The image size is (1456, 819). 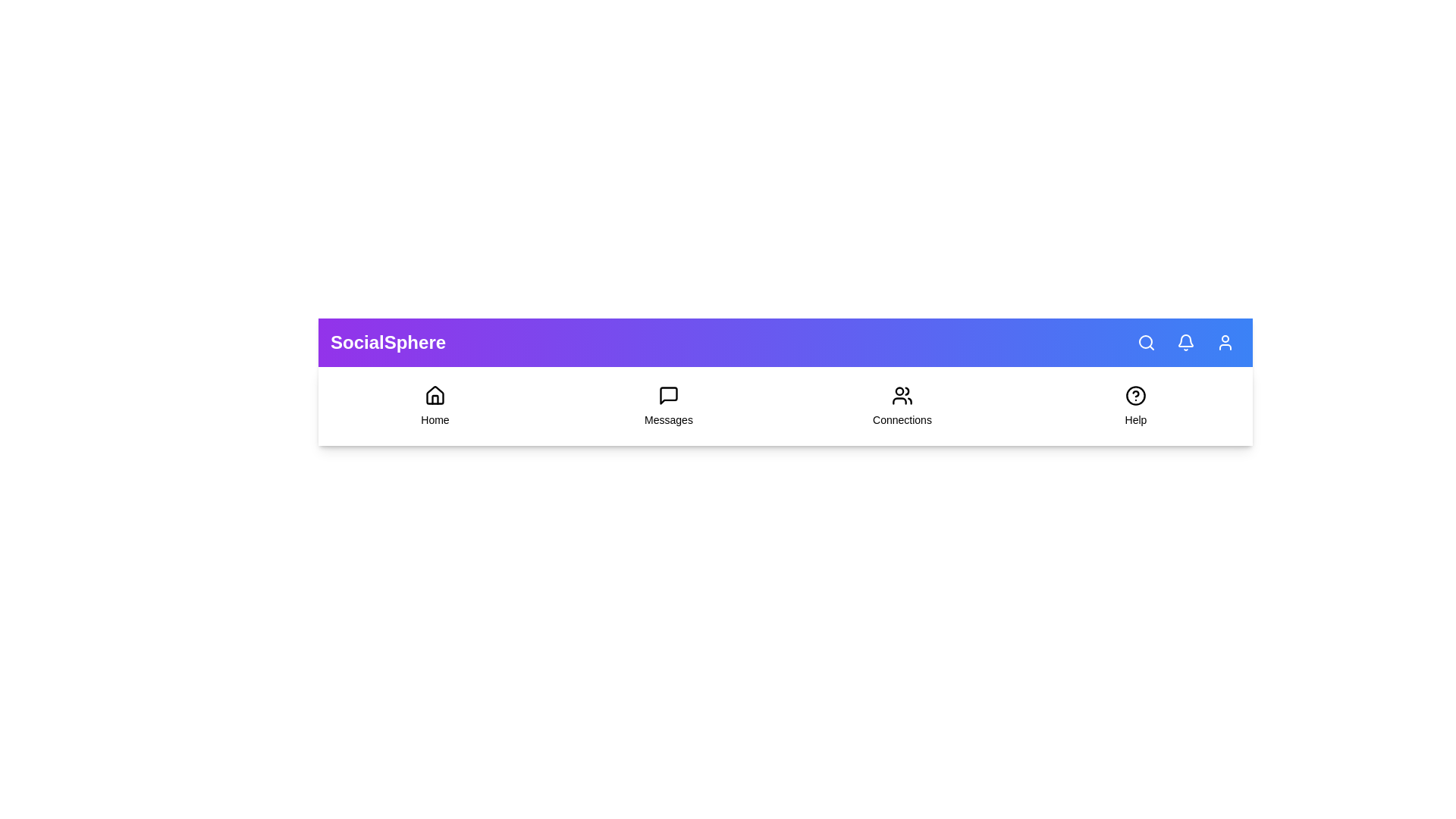 What do you see at coordinates (902, 406) in the screenshot?
I see `the 'Connections' menu item` at bounding box center [902, 406].